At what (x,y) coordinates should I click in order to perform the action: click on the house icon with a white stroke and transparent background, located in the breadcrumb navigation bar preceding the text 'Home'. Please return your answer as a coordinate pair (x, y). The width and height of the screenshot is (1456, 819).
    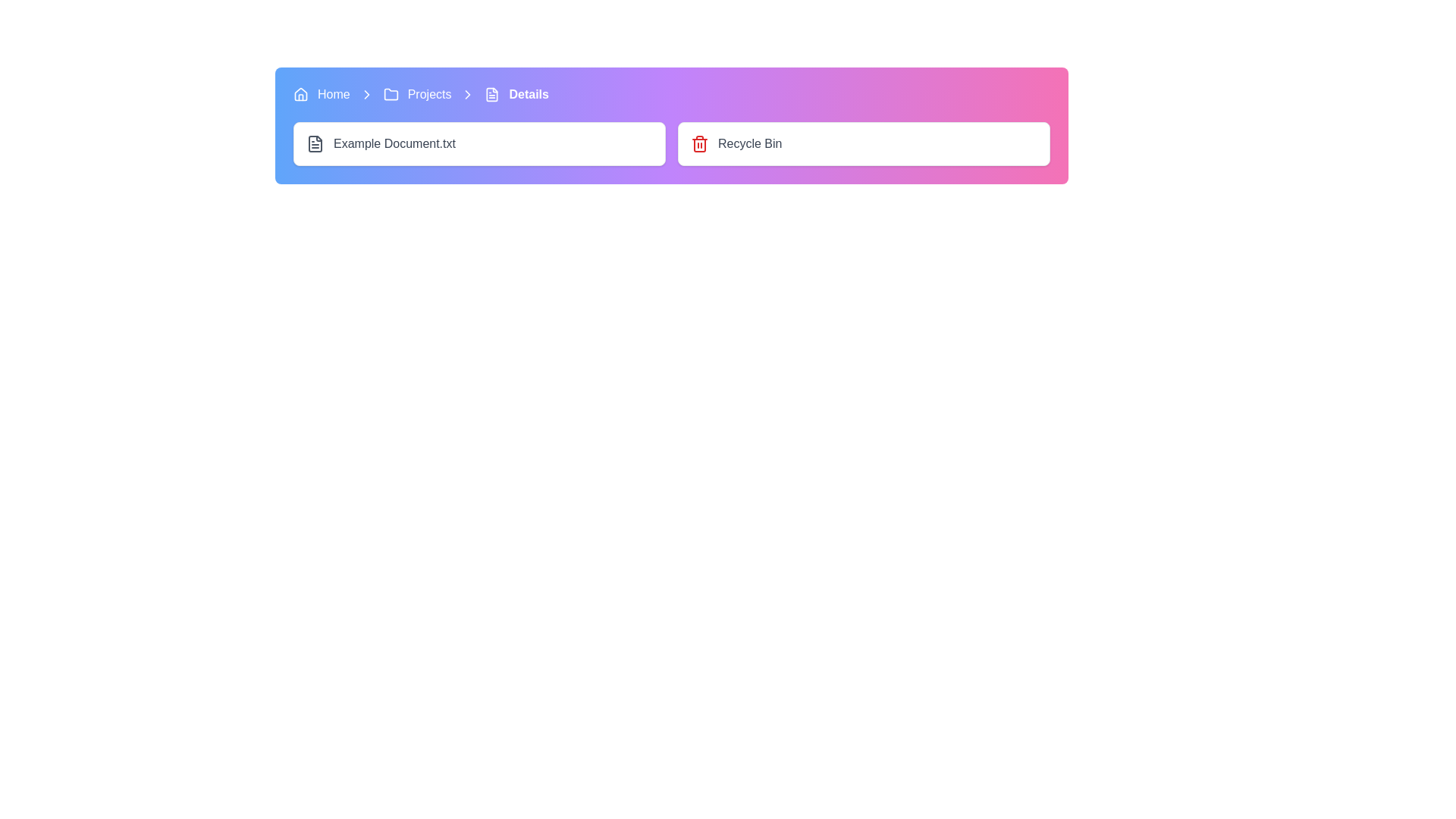
    Looking at the image, I should click on (301, 94).